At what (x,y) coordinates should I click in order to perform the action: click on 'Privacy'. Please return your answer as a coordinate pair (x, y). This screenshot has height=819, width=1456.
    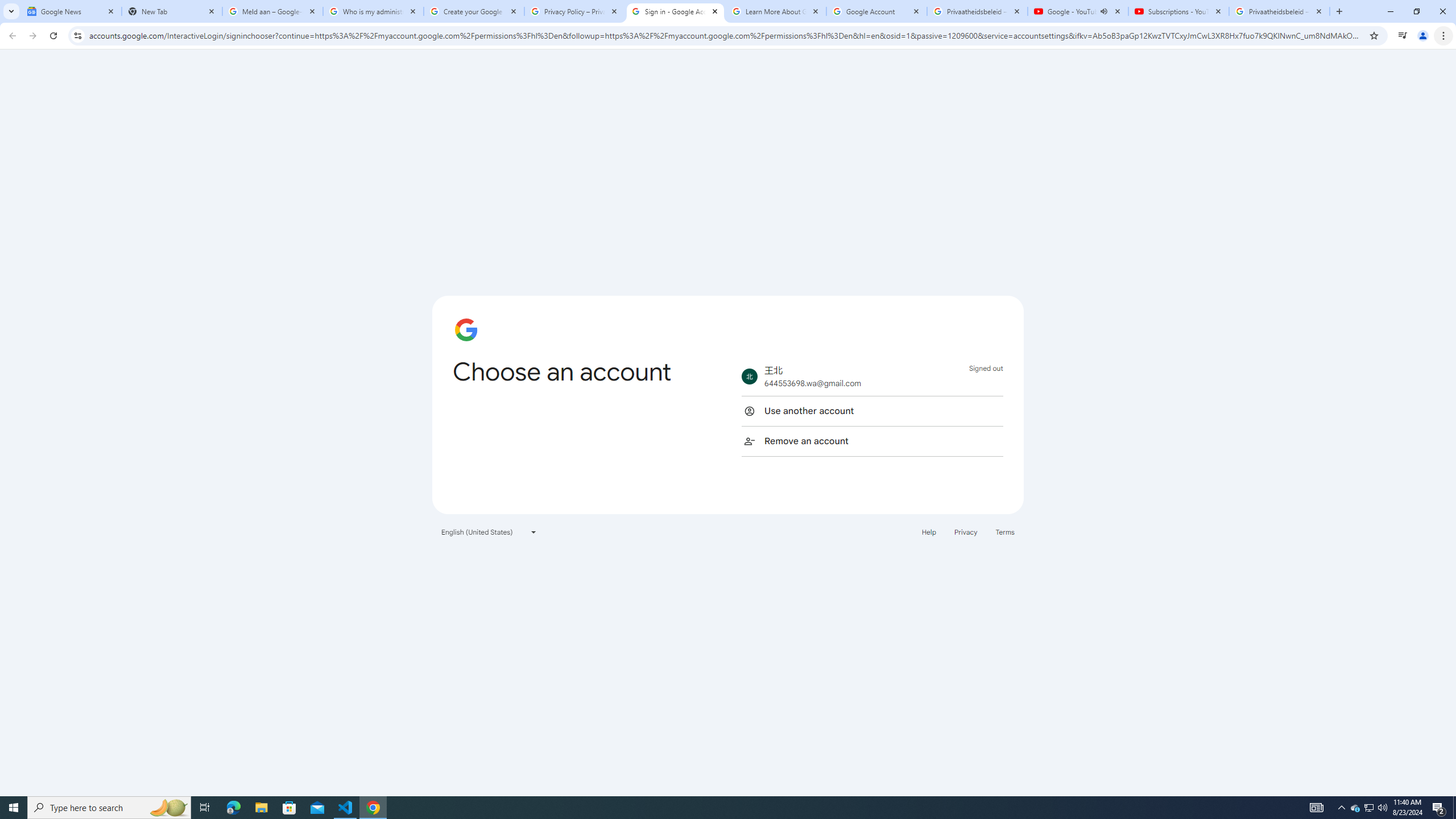
    Looking at the image, I should click on (965, 531).